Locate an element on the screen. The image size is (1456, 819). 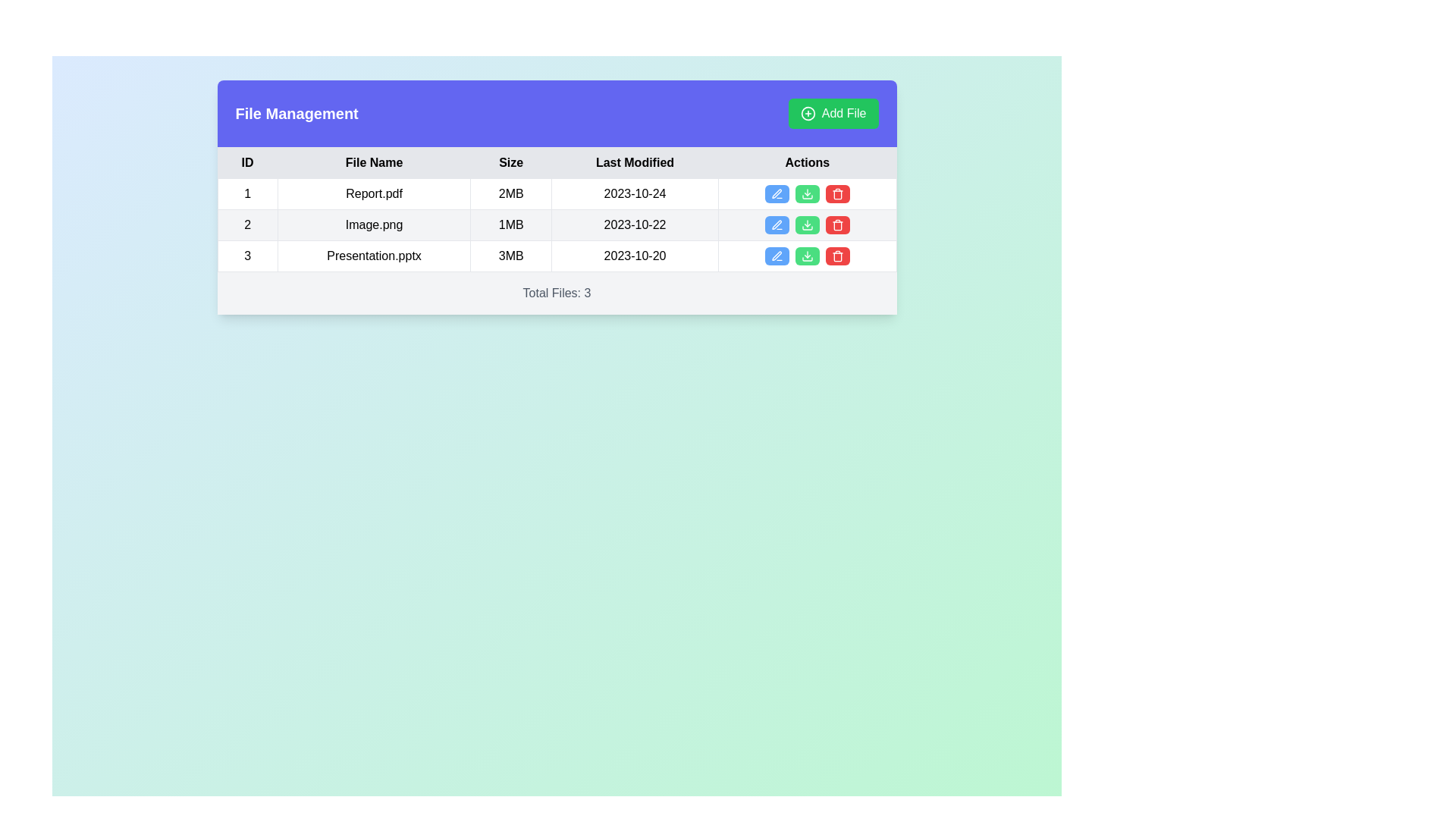
the 'Edit' icon button located in the rightmost column of the 'Actions' section within the third row of the 'File Management' table is located at coordinates (777, 256).